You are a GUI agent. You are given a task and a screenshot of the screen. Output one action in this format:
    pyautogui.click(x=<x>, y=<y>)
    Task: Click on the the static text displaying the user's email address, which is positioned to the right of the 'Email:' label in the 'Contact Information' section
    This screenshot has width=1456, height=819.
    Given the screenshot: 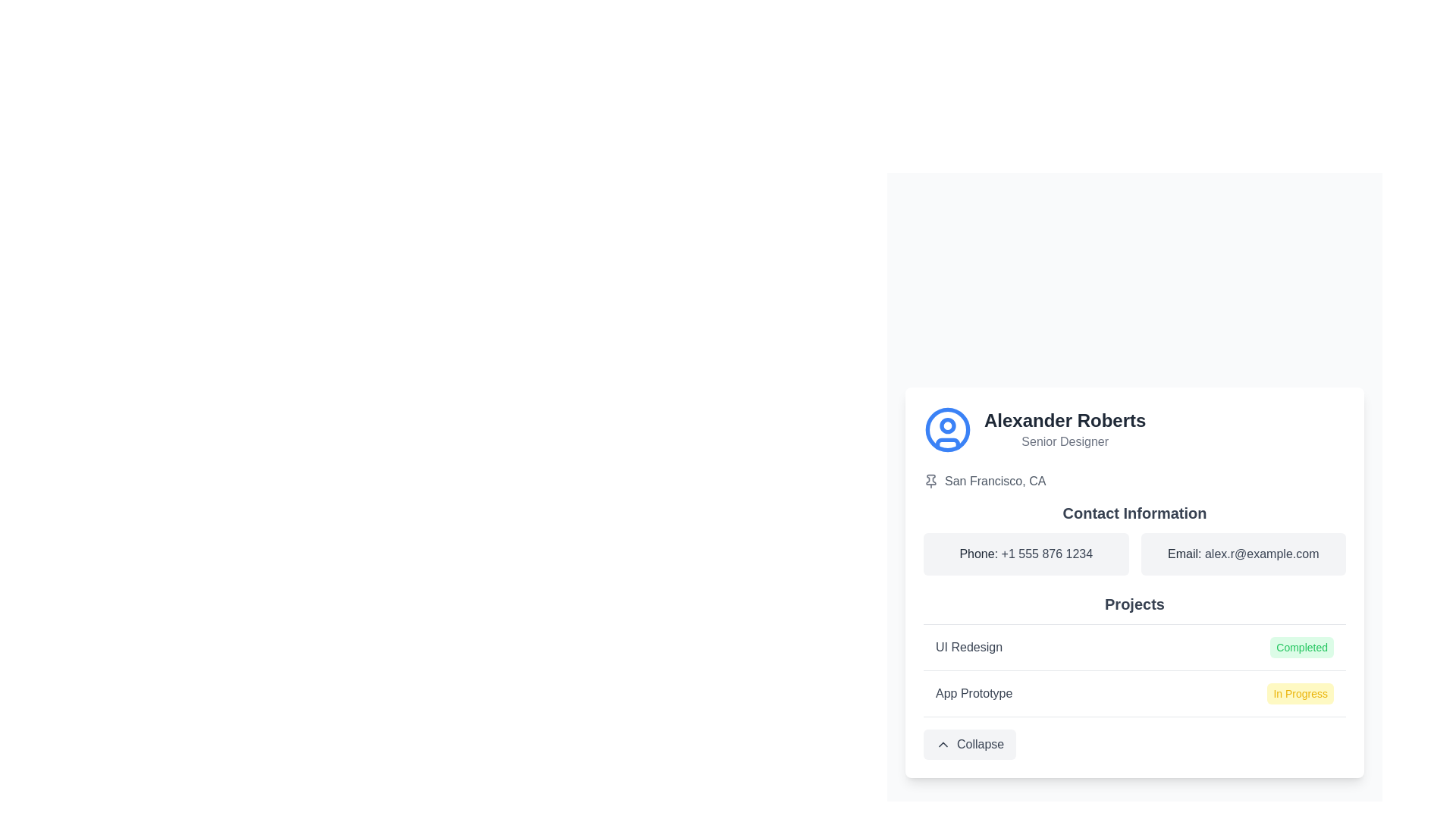 What is the action you would take?
    pyautogui.click(x=1262, y=553)
    